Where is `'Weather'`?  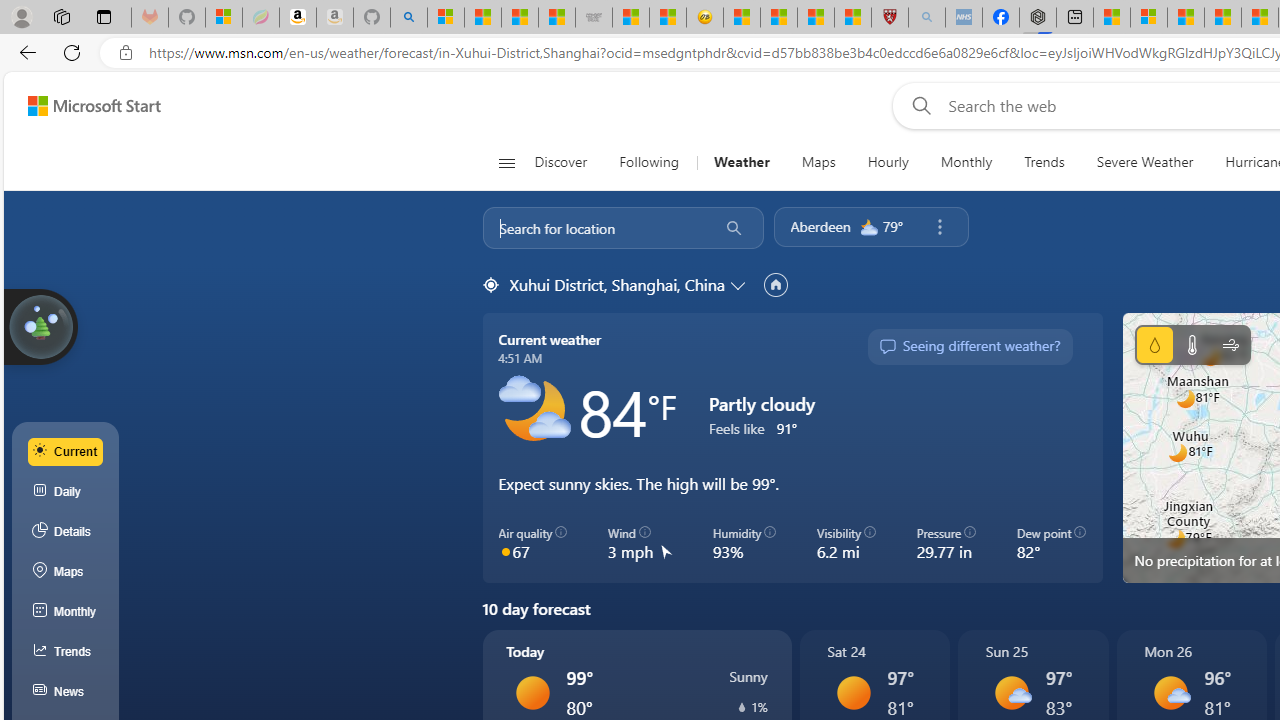 'Weather' is located at coordinates (740, 162).